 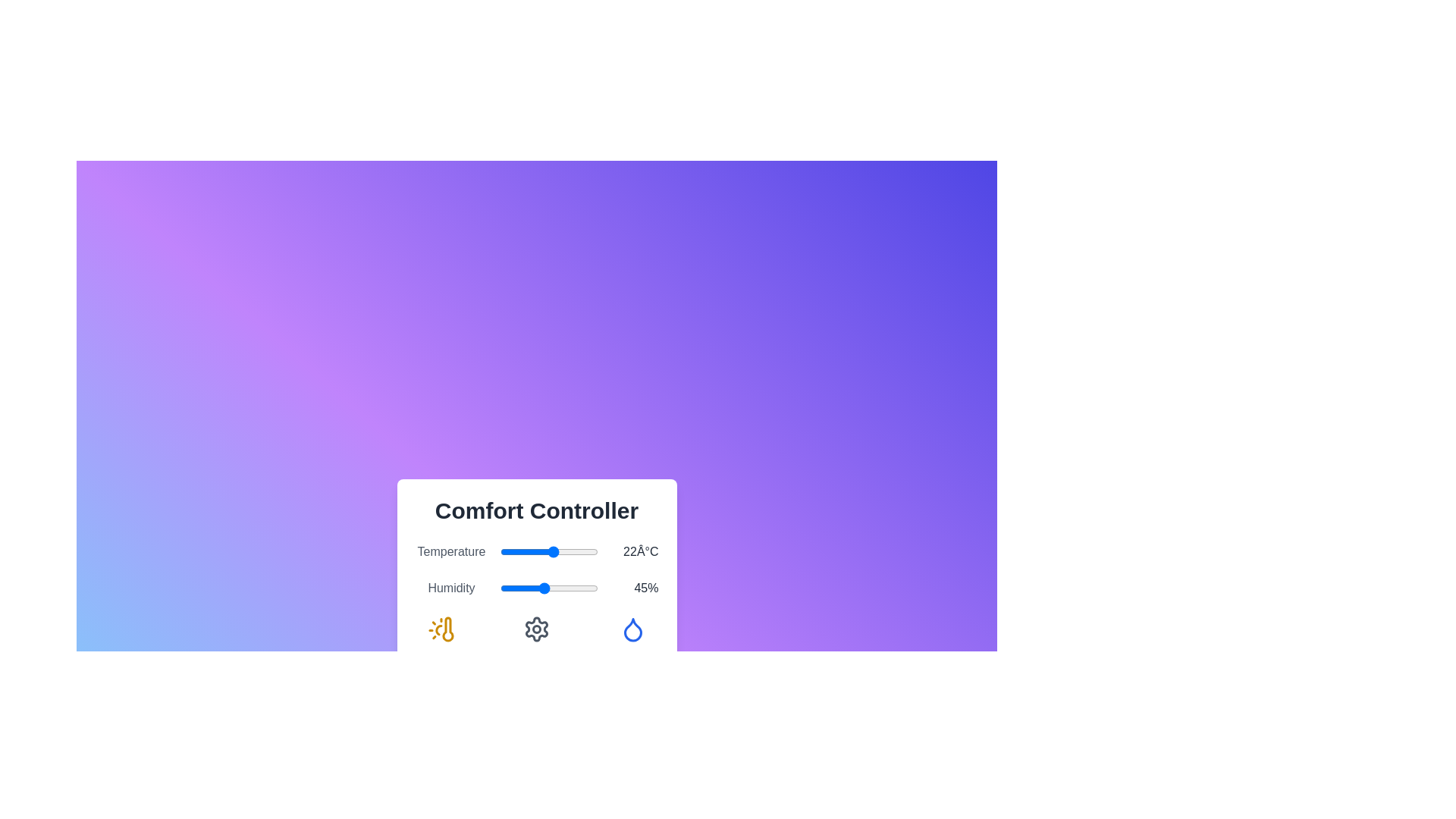 What do you see at coordinates (544, 587) in the screenshot?
I see `the humidity slider to set the value to 45` at bounding box center [544, 587].